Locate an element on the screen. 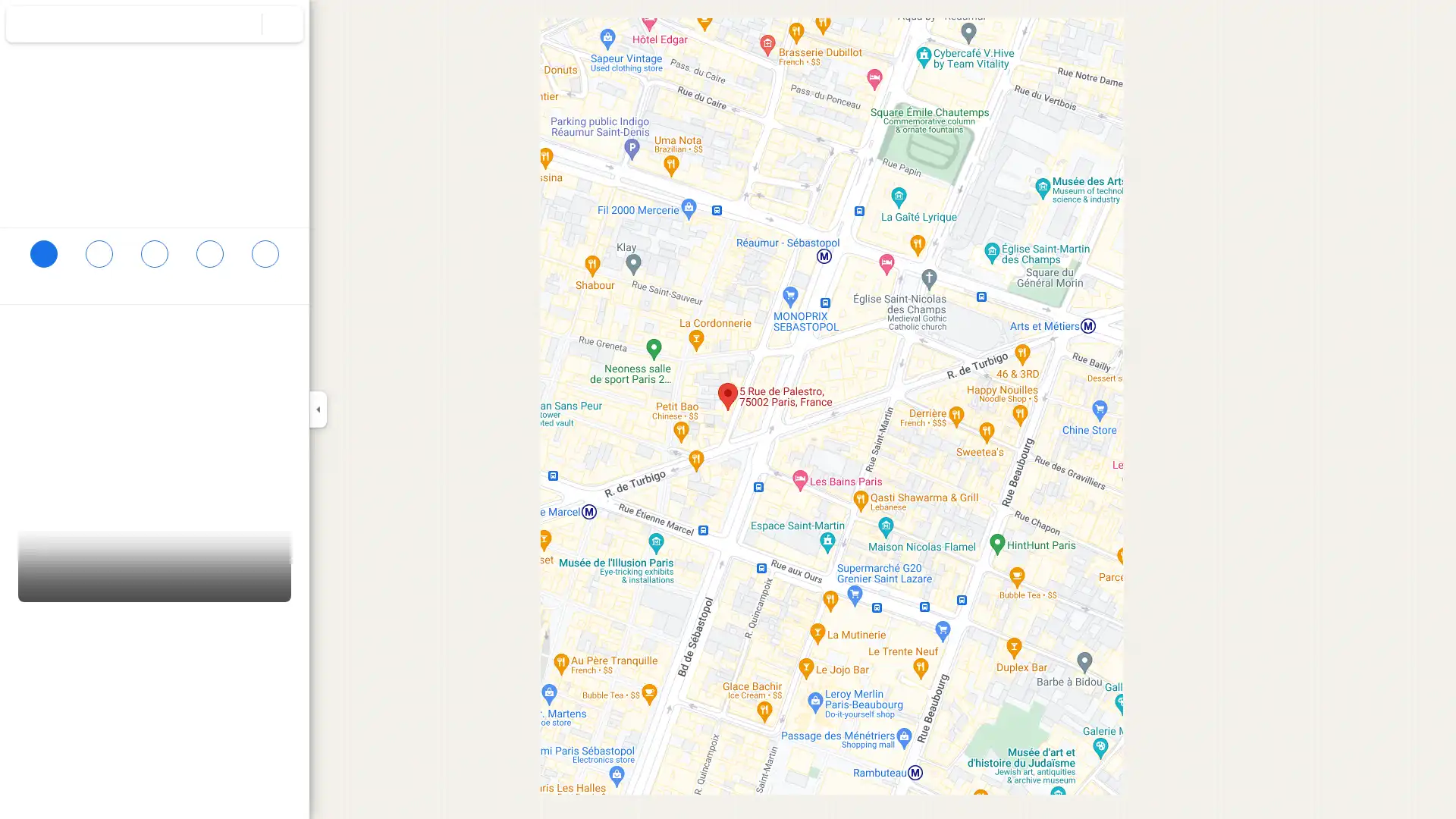 Image resolution: width=1456 pixels, height=819 pixels. Street View is located at coordinates (155, 556).